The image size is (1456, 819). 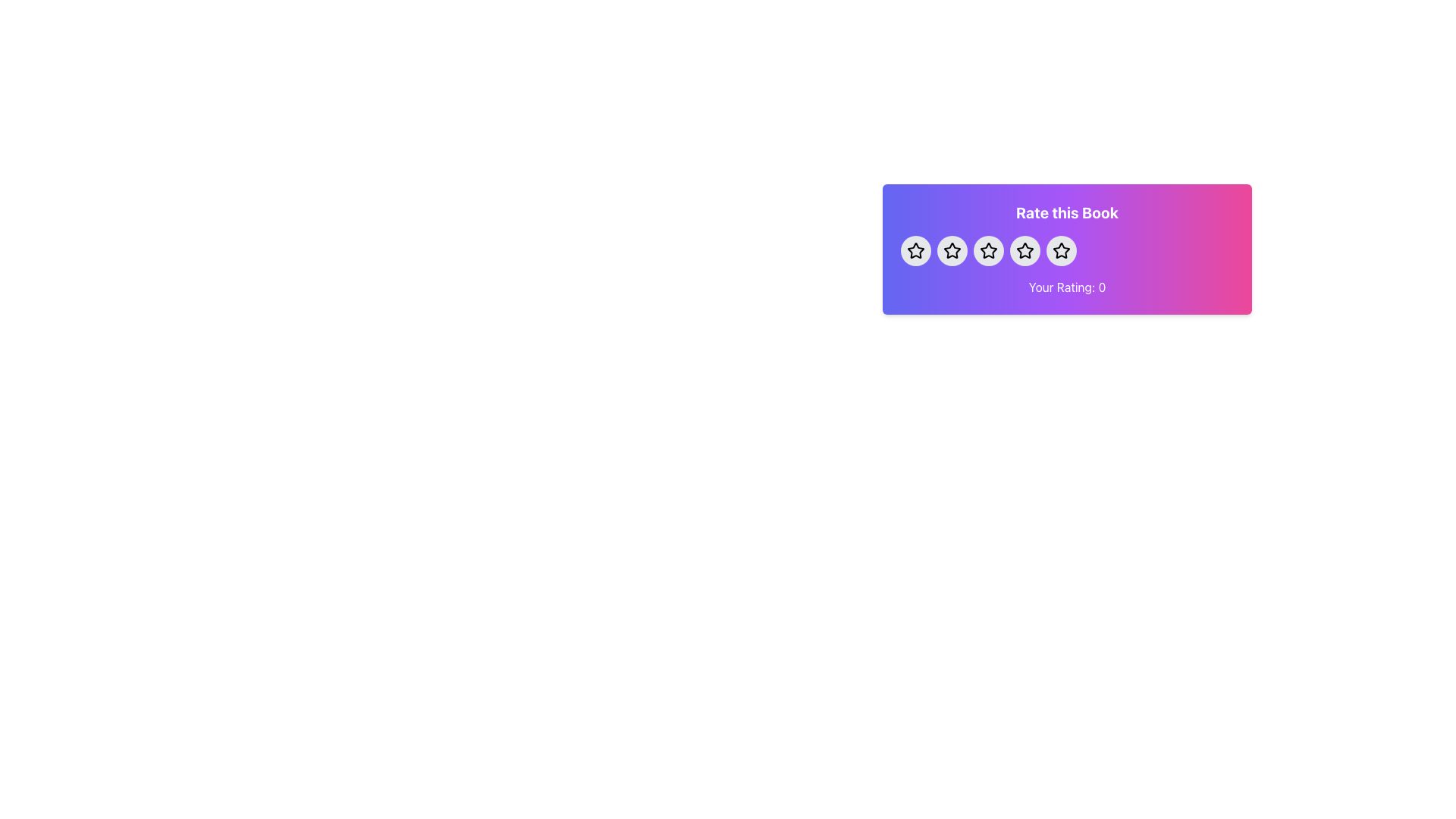 I want to click on the first star icon within the rating button, which is positioned to the left of a group of five similar star icons, so click(x=915, y=250).